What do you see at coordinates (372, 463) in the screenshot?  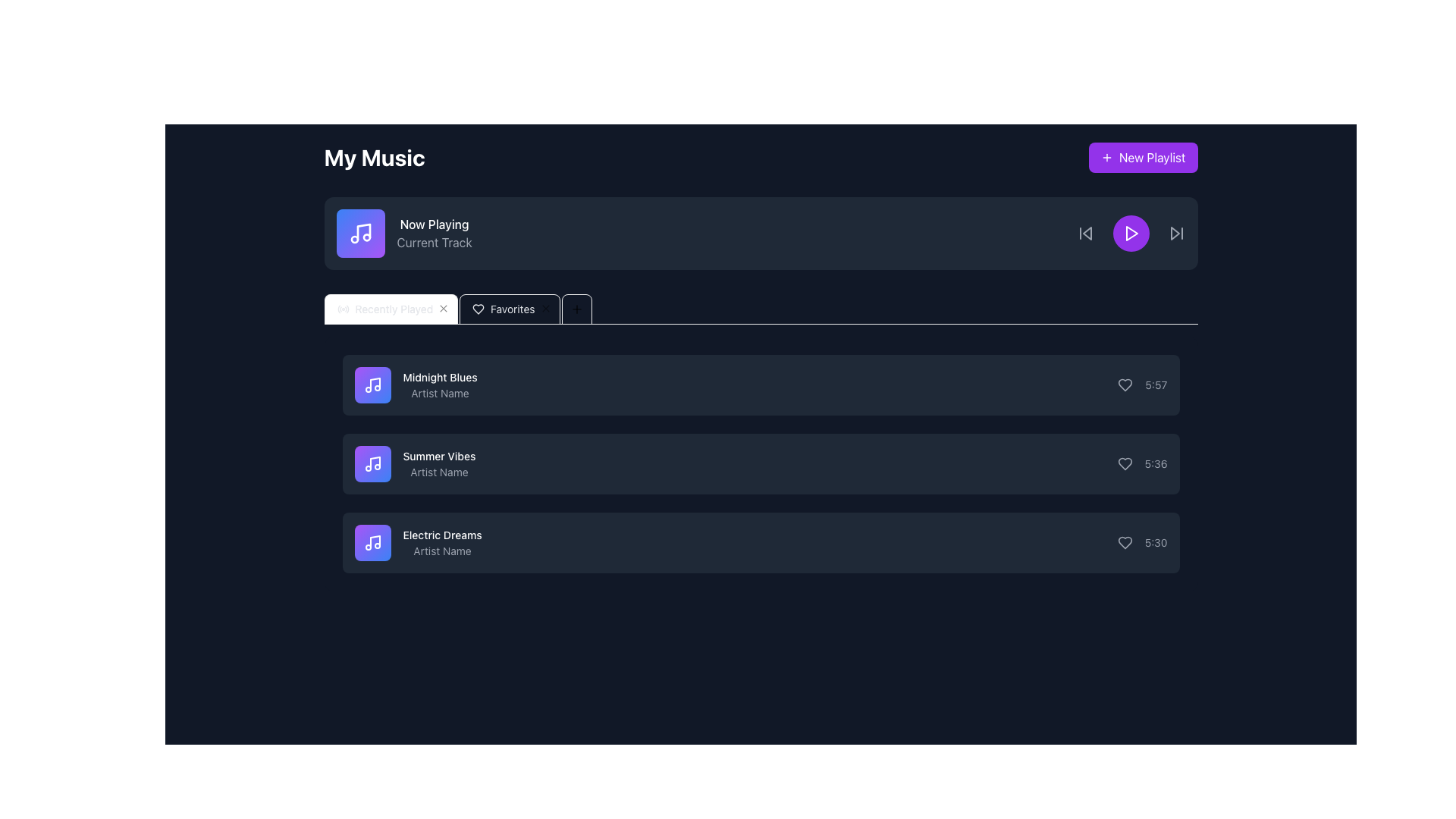 I see `the square icon with a gradient background and a white music note in the center, located in the second row under the 'My Music' section` at bounding box center [372, 463].